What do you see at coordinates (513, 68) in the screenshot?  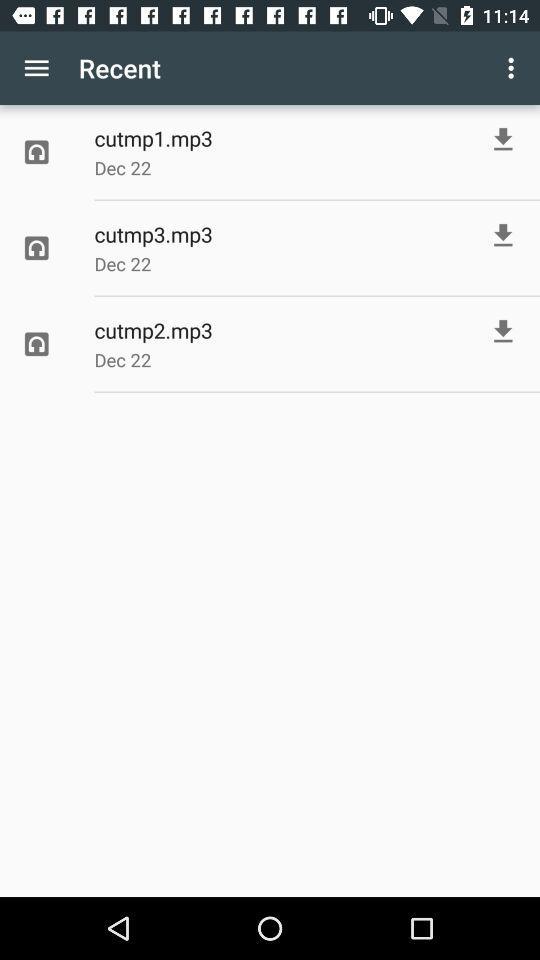 I see `the item to the right of recent item` at bounding box center [513, 68].